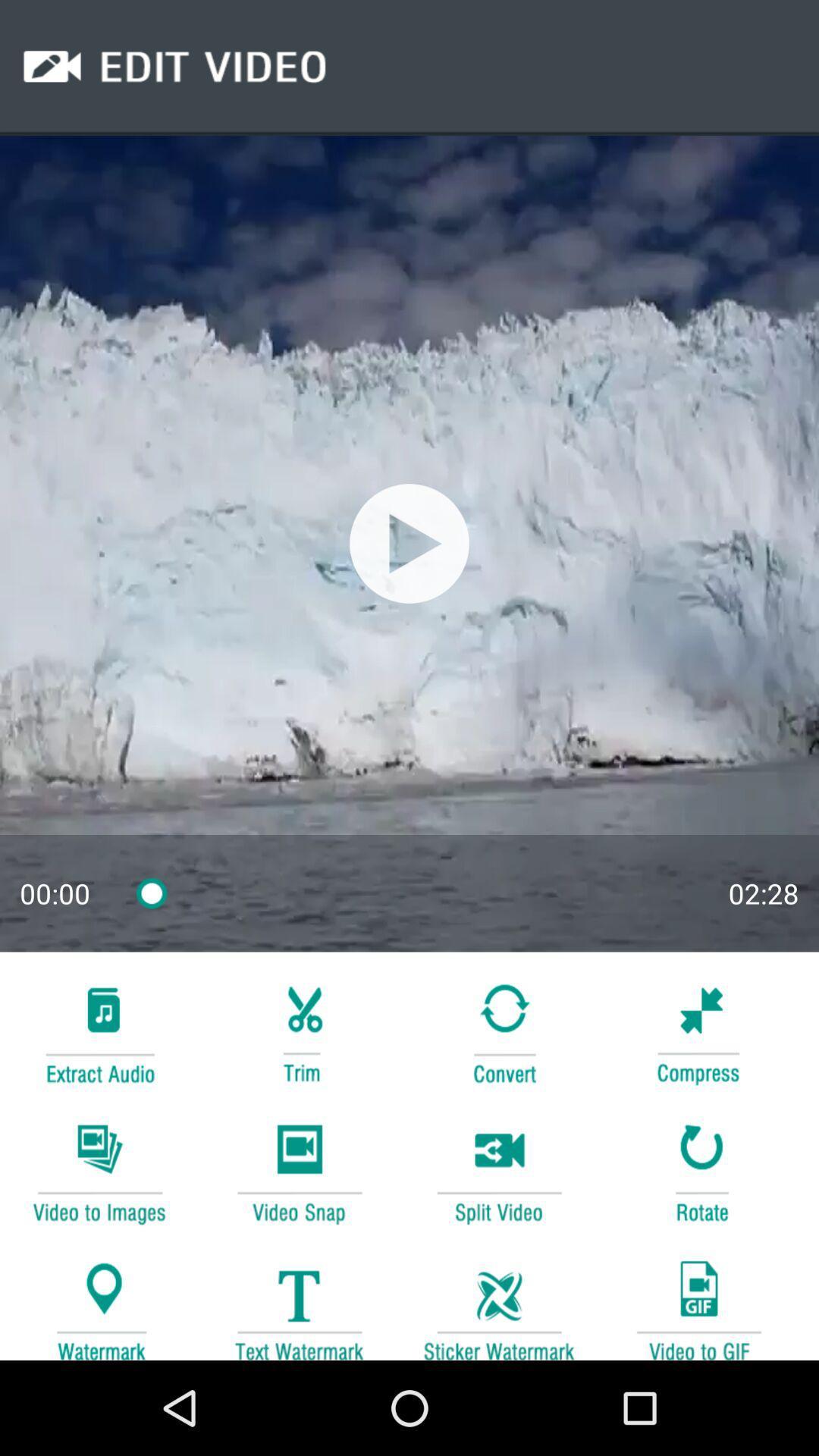 This screenshot has height=1456, width=819. What do you see at coordinates (99, 1302) in the screenshot?
I see `map` at bounding box center [99, 1302].